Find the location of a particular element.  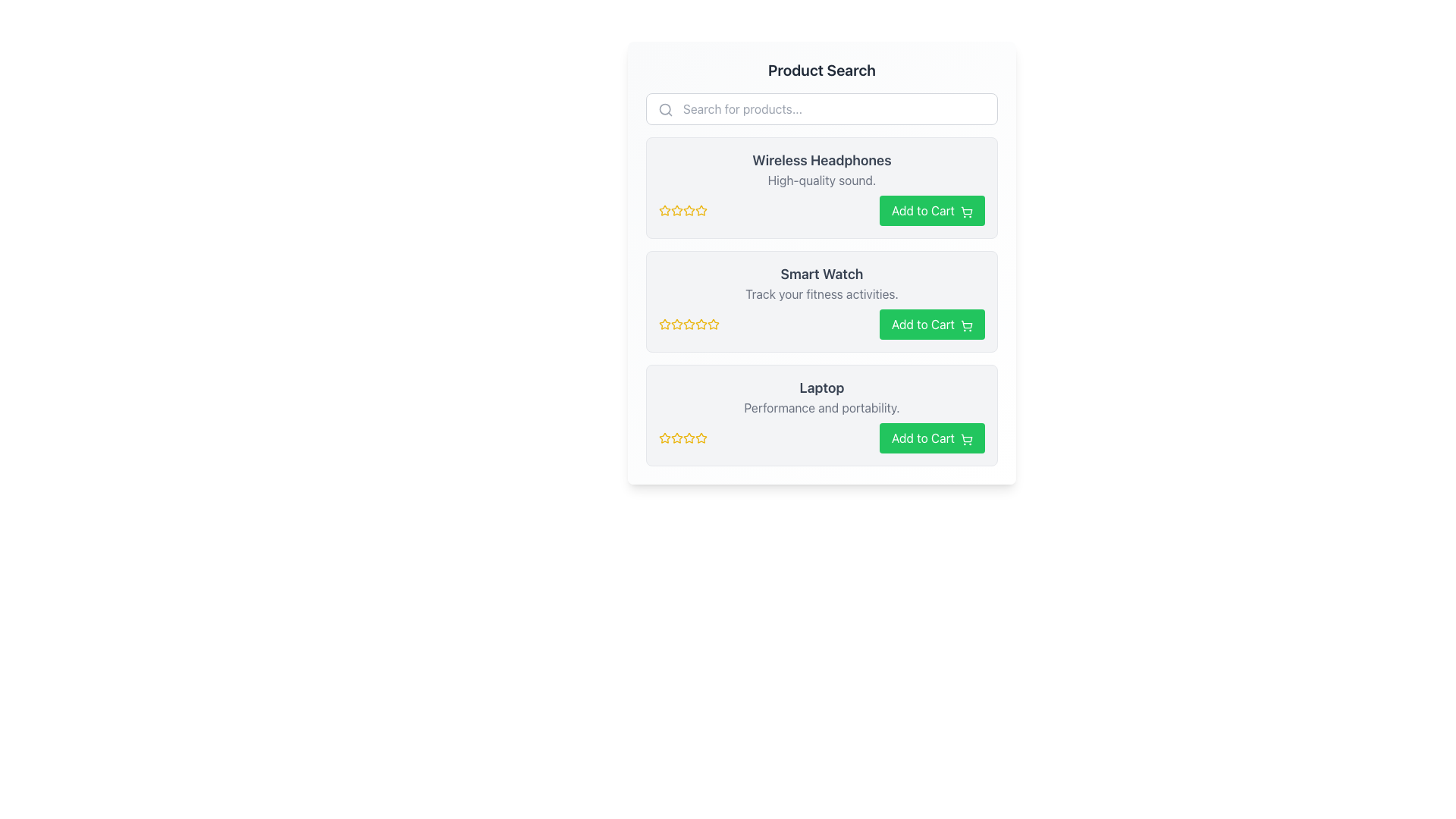

the text label 'Track your fitness activities.' located below the title 'Smart Watch' in the product card is located at coordinates (821, 294).